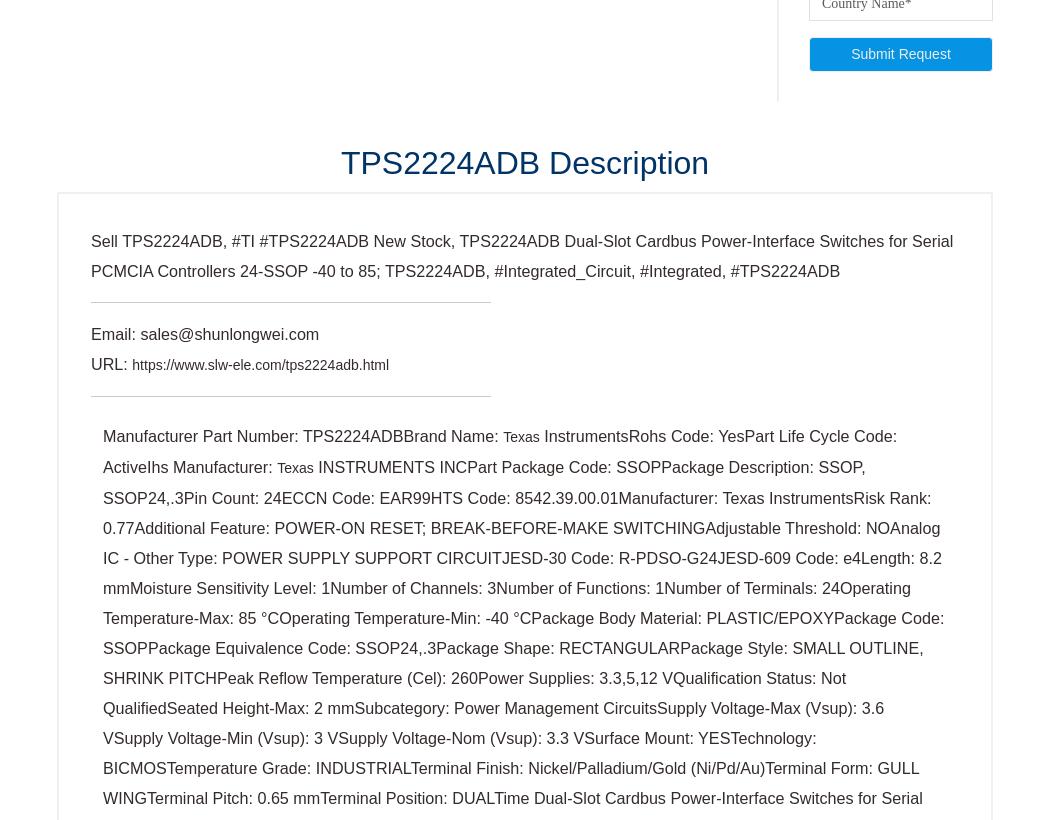 This screenshot has width=1050, height=820. Describe the element at coordinates (404, 747) in the screenshot. I see `'FP15R12KT3'` at that location.